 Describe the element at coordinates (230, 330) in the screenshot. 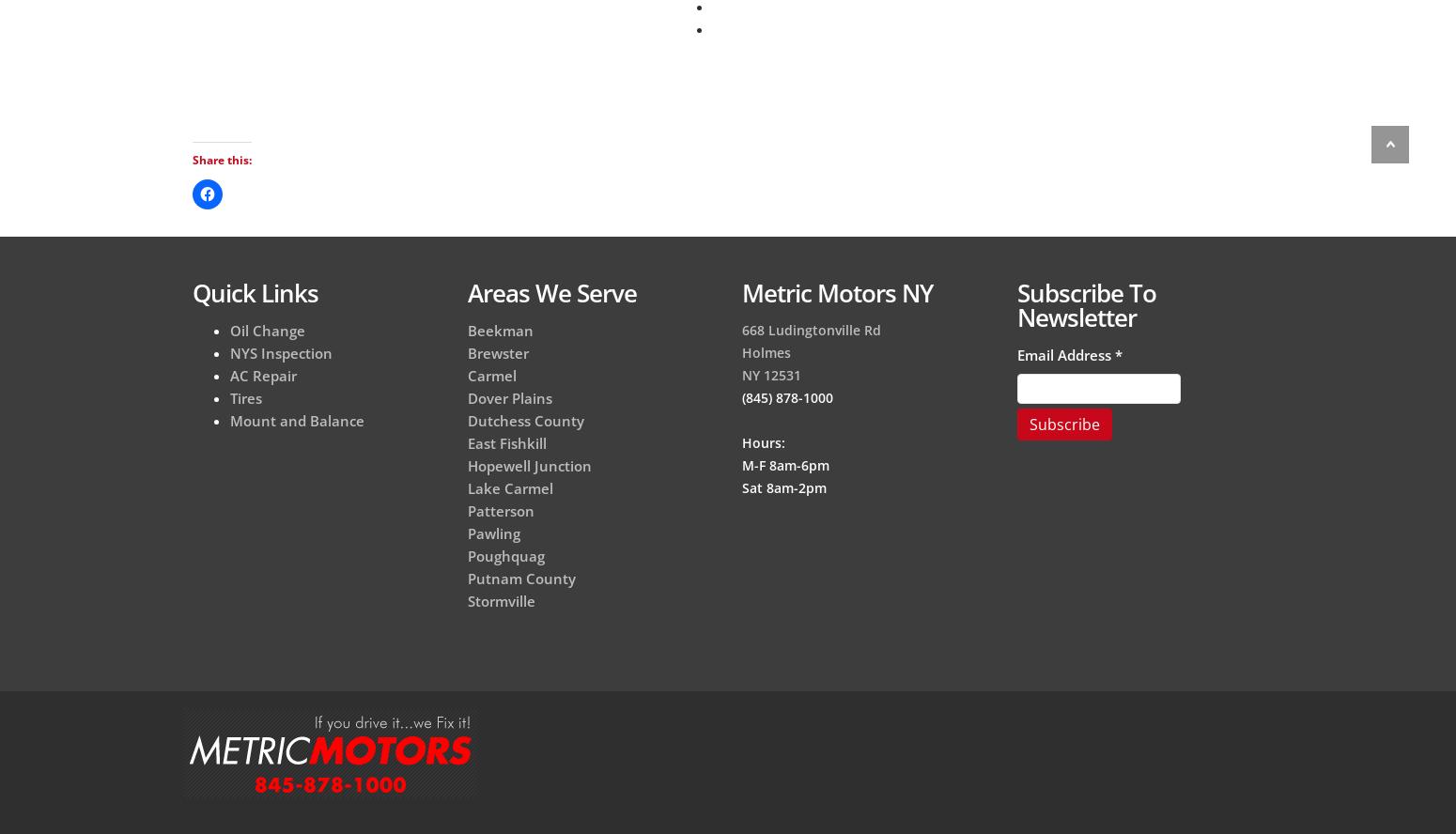

I see `'Oil Change'` at that location.